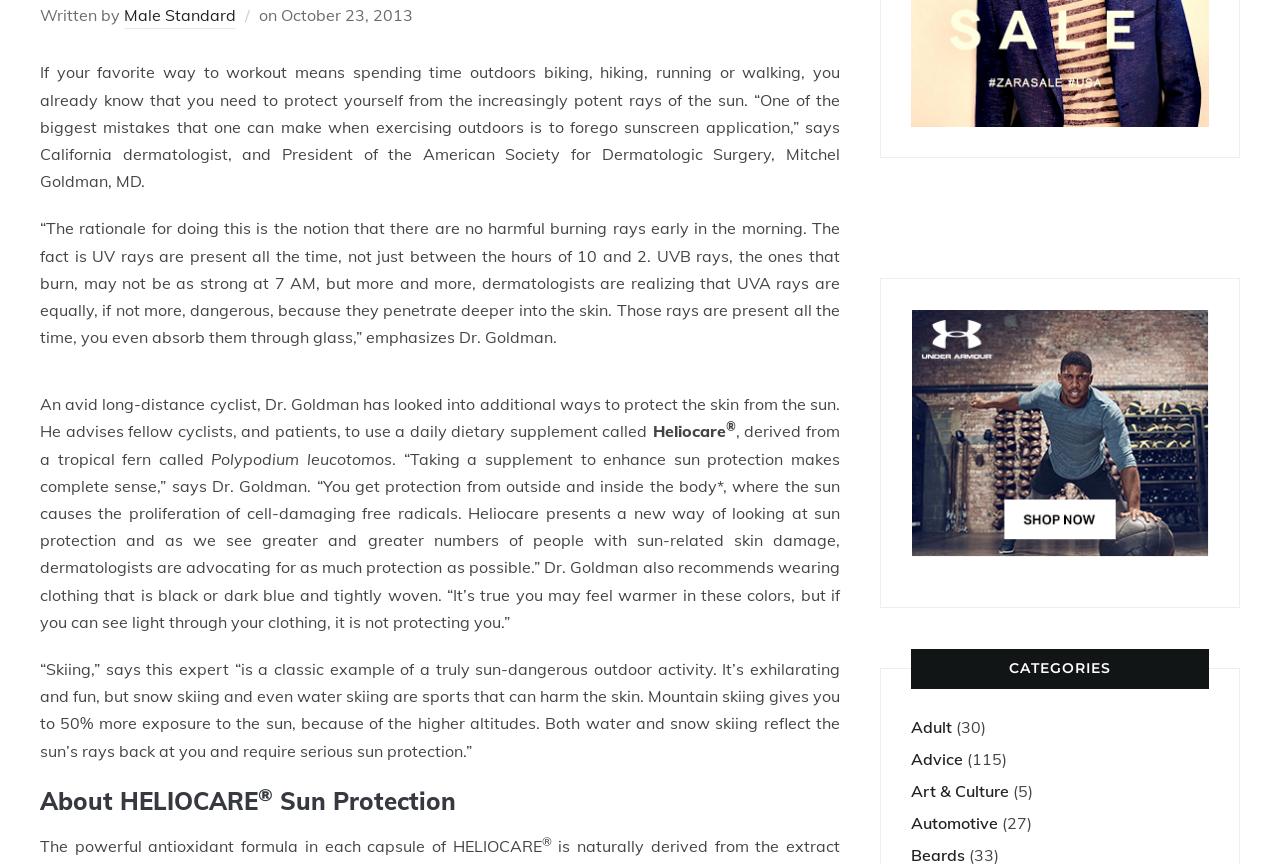  I want to click on '(5)', so click(1021, 789).